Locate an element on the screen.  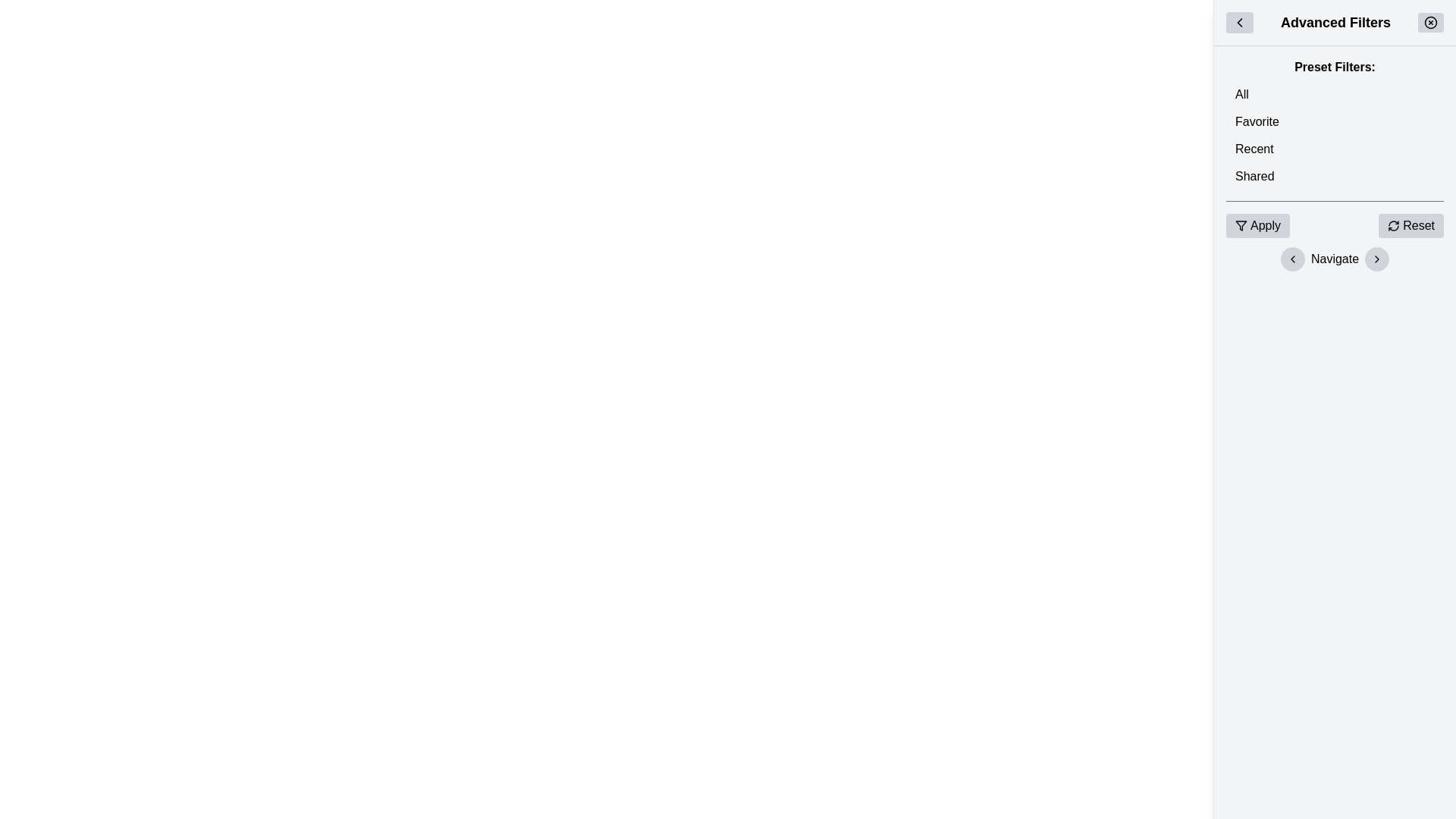
the right-facing chevron icon within the circular button located at the bottom right corner of the 'Navigate' section is located at coordinates (1377, 259).